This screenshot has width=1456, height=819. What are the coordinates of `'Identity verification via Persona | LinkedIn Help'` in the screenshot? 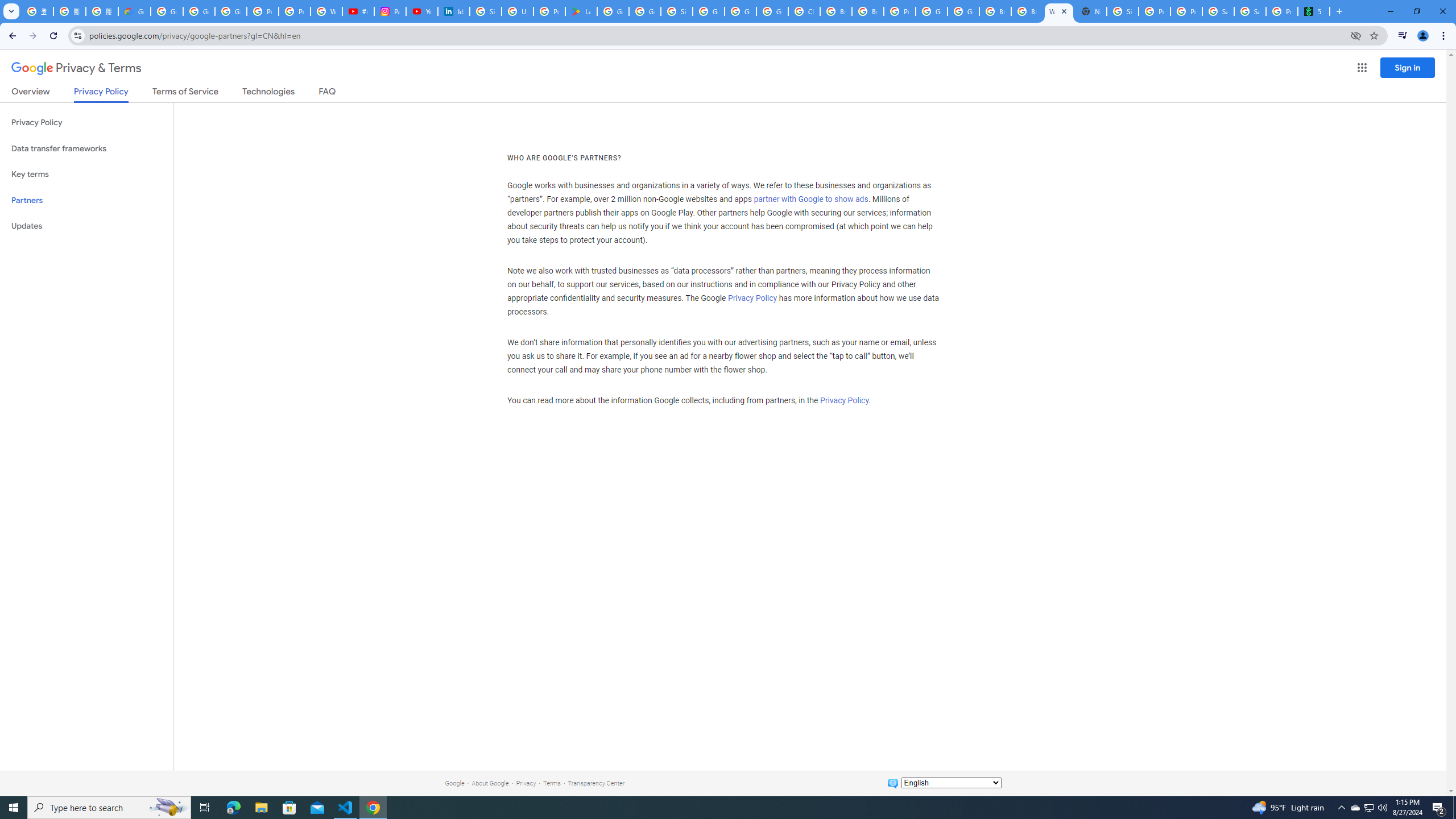 It's located at (453, 11).